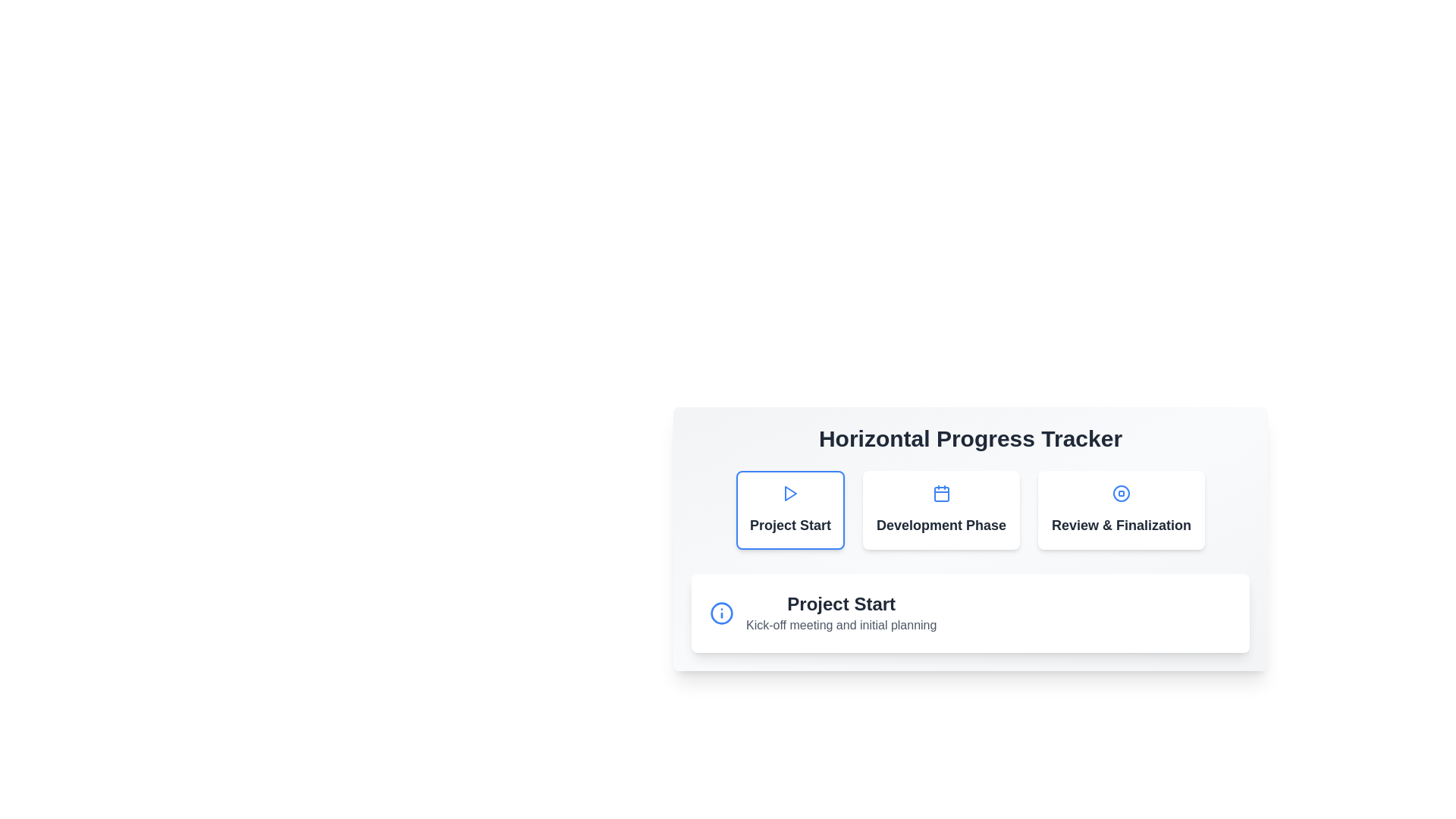 Image resolution: width=1456 pixels, height=819 pixels. I want to click on the 'Review & Finalization' card in the progress tracker, so click(1121, 510).